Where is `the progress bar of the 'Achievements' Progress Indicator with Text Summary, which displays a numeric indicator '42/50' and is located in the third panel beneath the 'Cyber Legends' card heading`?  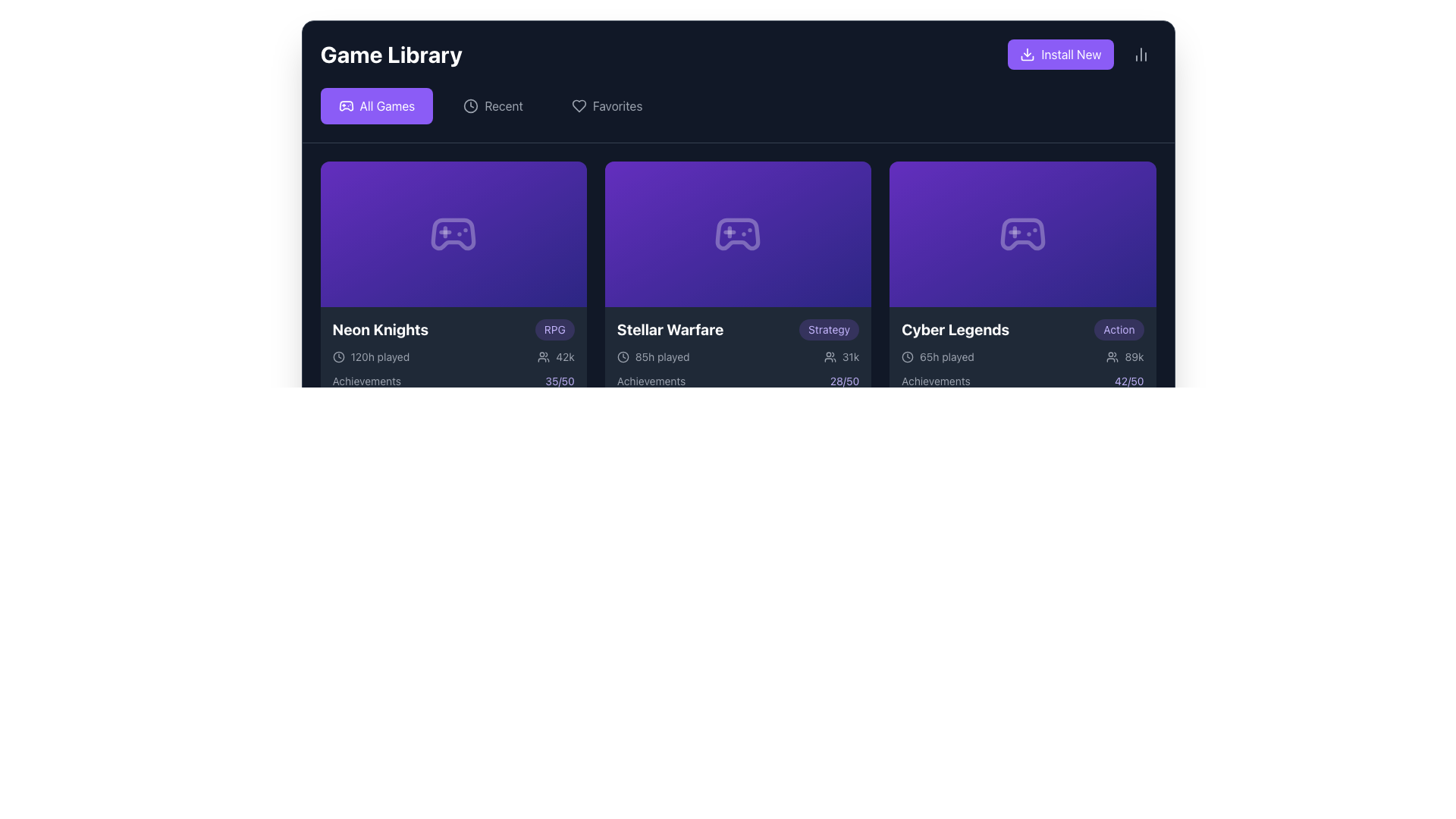 the progress bar of the 'Achievements' Progress Indicator with Text Summary, which displays a numeric indicator '42/50' and is located in the third panel beneath the 'Cyber Legends' card heading is located at coordinates (1022, 386).